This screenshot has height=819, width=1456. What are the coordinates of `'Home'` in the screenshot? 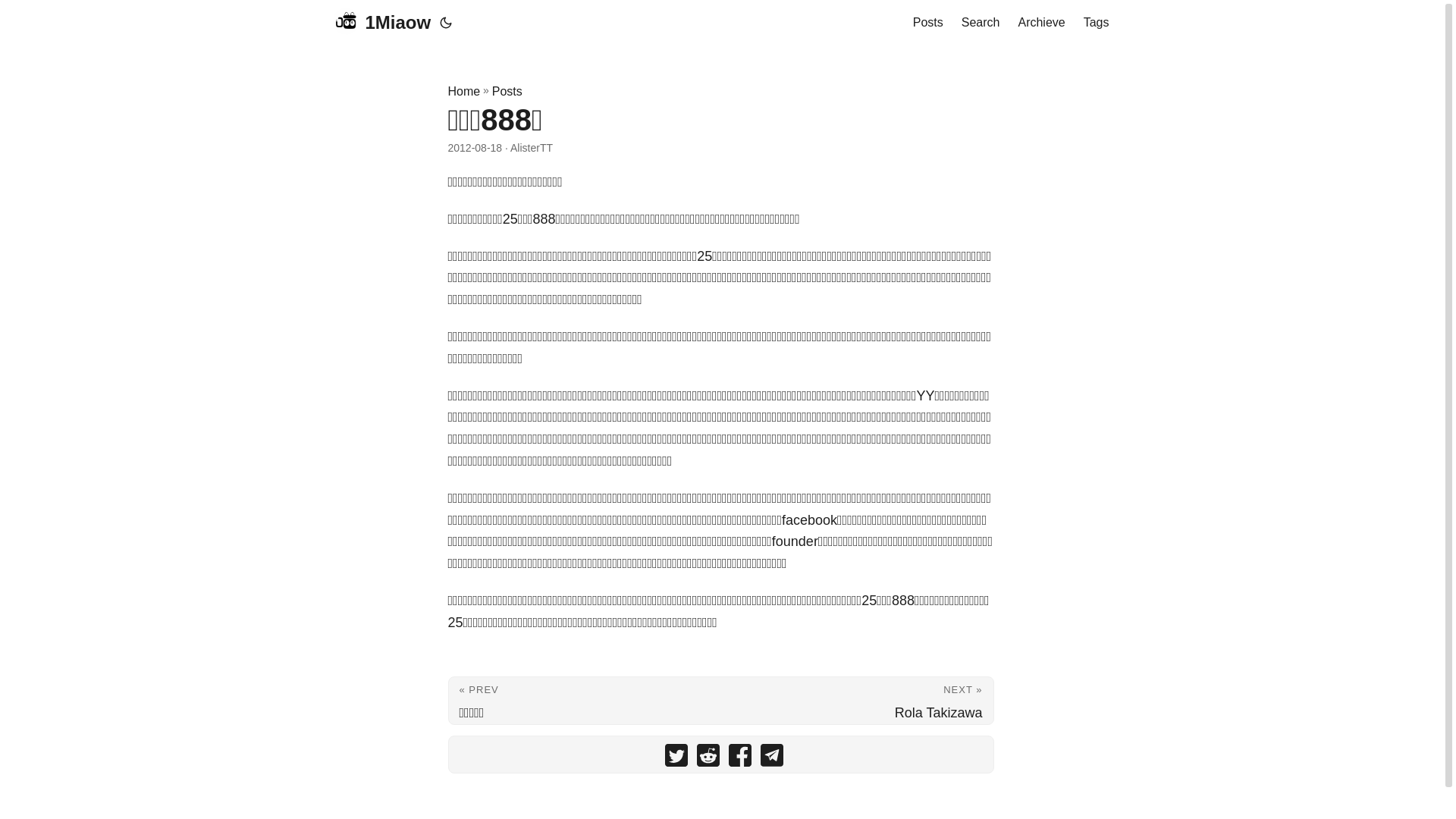 It's located at (463, 91).